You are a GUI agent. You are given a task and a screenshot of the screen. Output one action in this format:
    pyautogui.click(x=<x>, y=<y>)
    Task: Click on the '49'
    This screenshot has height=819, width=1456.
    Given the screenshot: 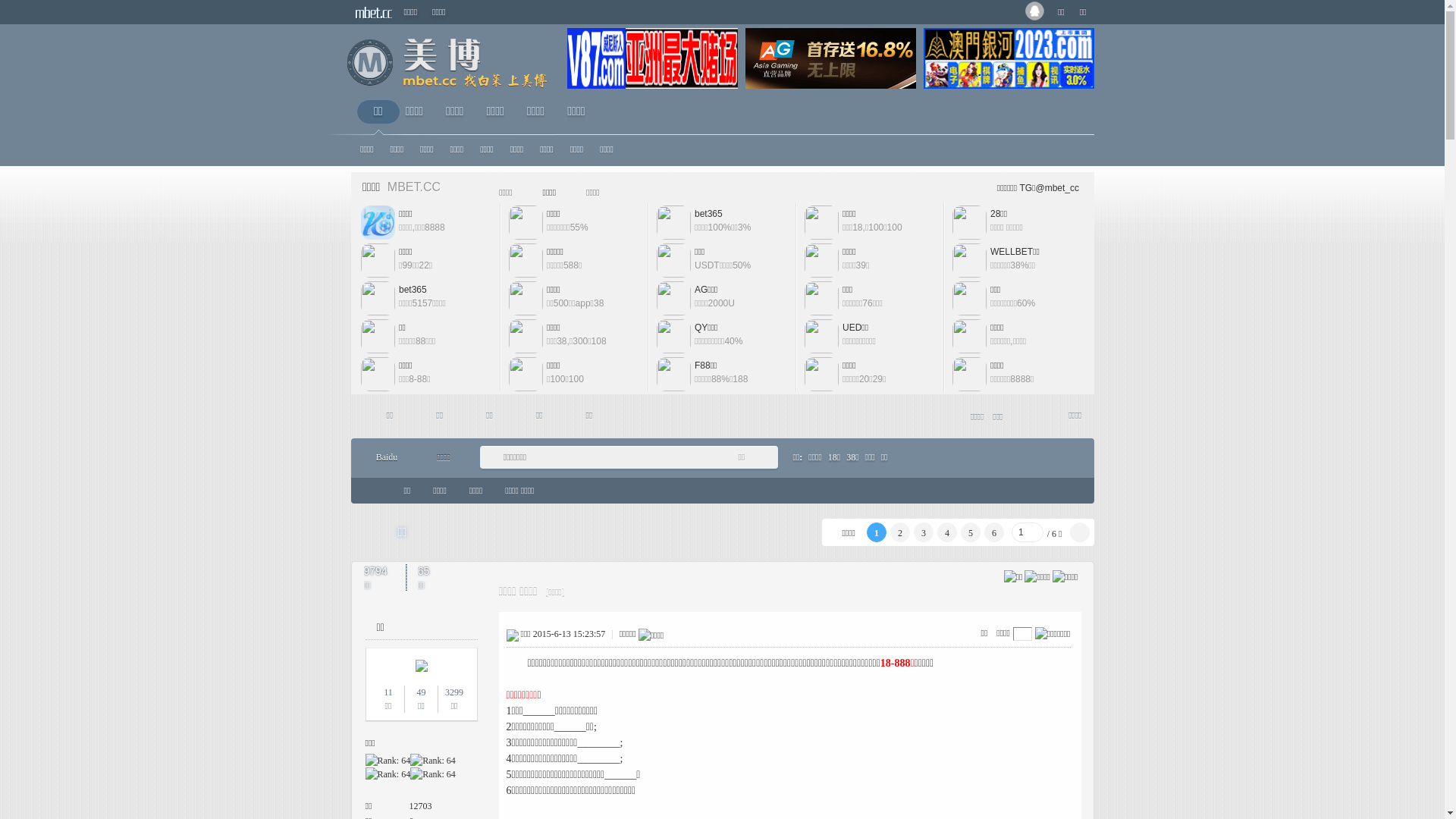 What is the action you would take?
    pyautogui.click(x=416, y=692)
    